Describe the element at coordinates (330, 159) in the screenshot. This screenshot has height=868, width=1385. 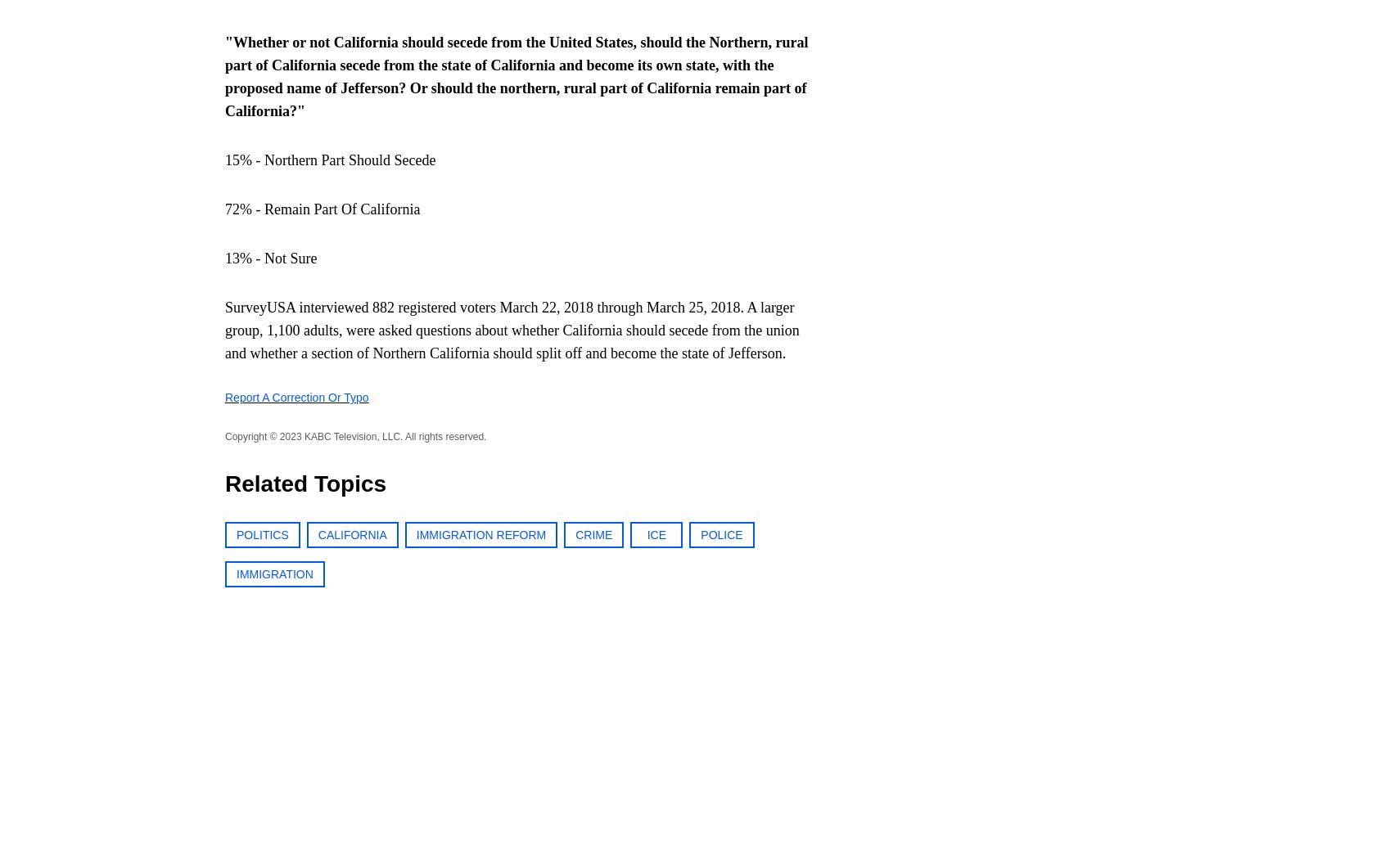
I see `'15%	- Northern Part Should Secede'` at that location.